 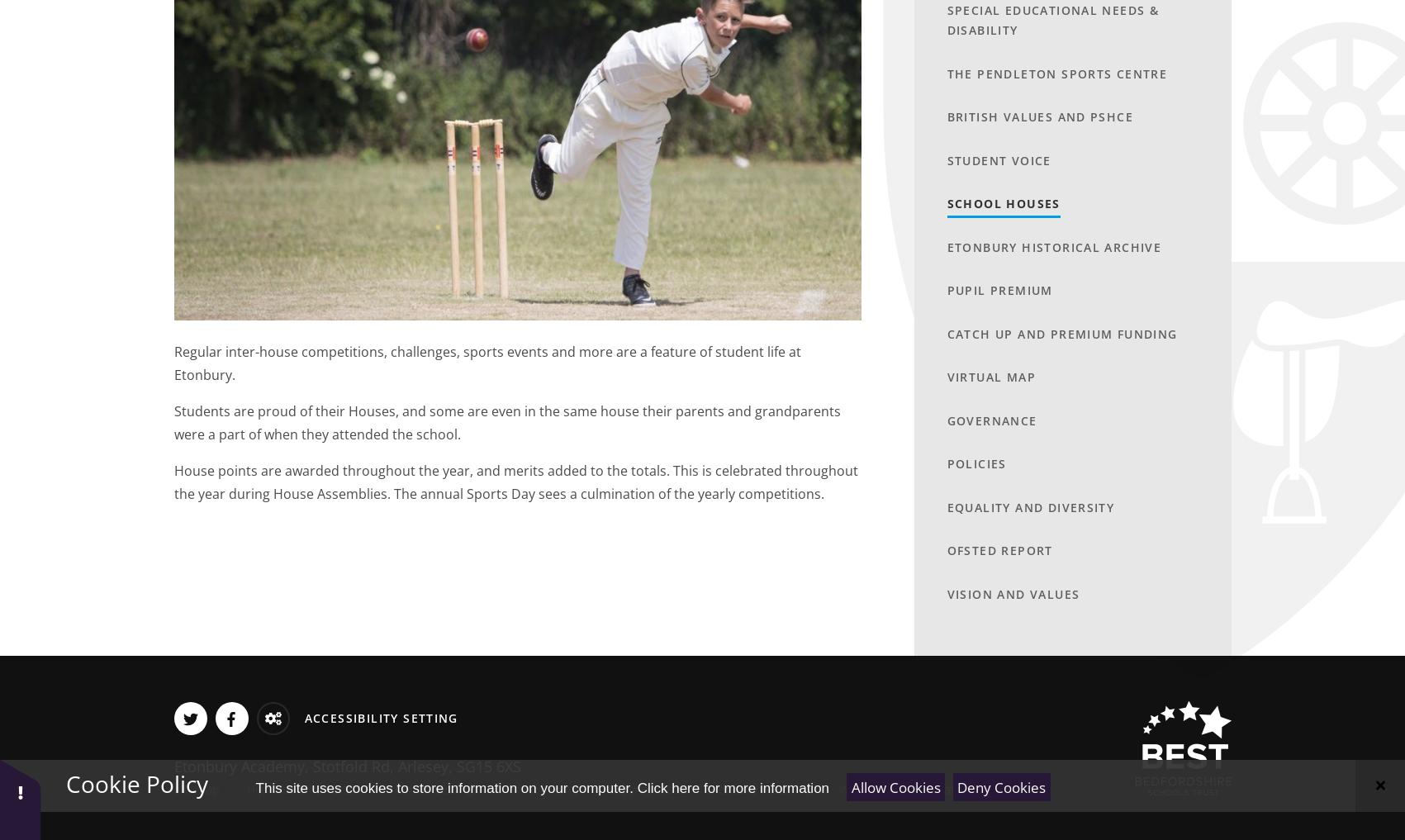 I want to click on 'Etonbury Historical Archive', so click(x=1053, y=246).